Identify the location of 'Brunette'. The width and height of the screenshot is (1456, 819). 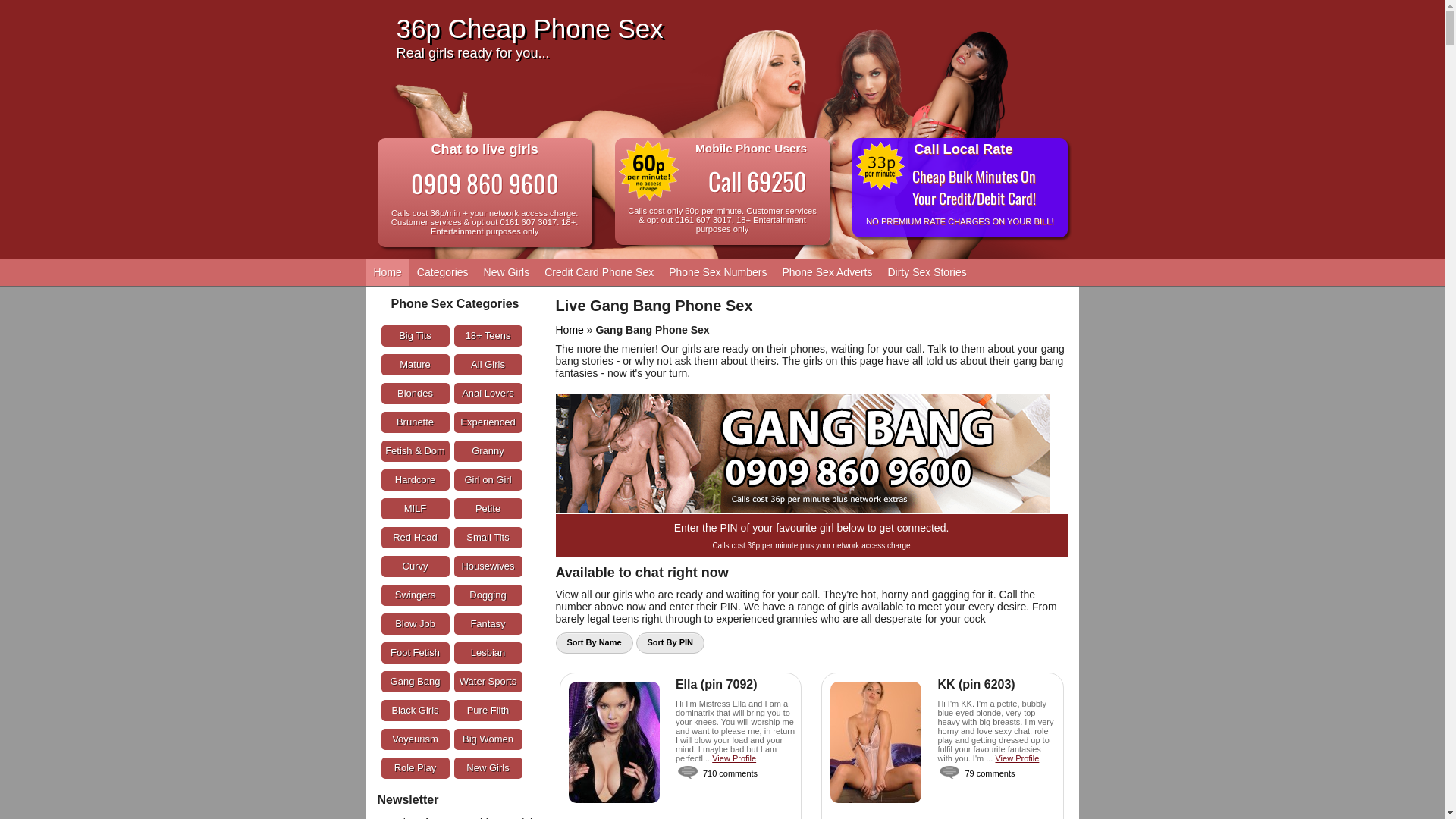
(415, 422).